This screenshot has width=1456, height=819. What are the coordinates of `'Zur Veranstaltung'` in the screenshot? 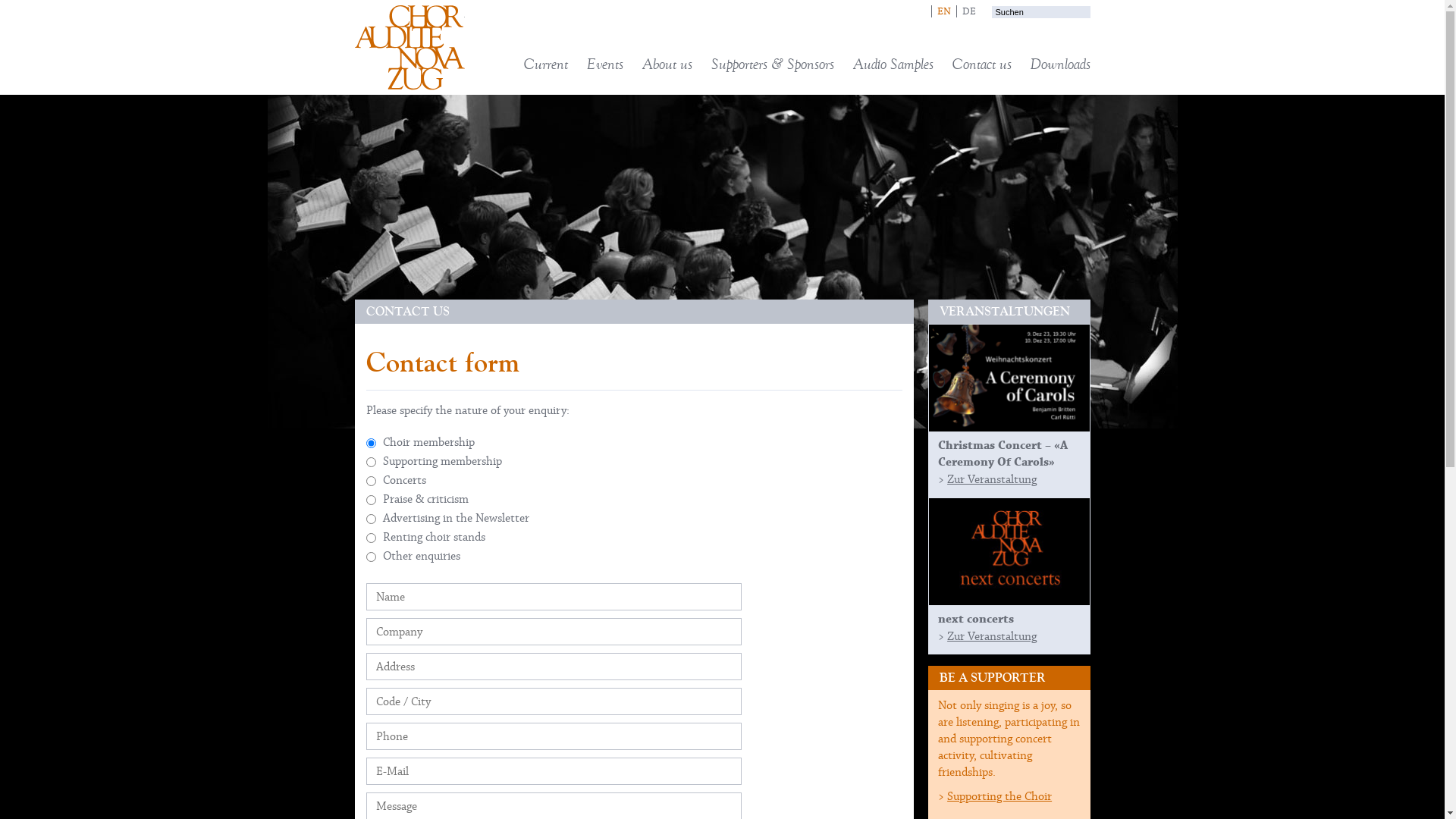 It's located at (992, 636).